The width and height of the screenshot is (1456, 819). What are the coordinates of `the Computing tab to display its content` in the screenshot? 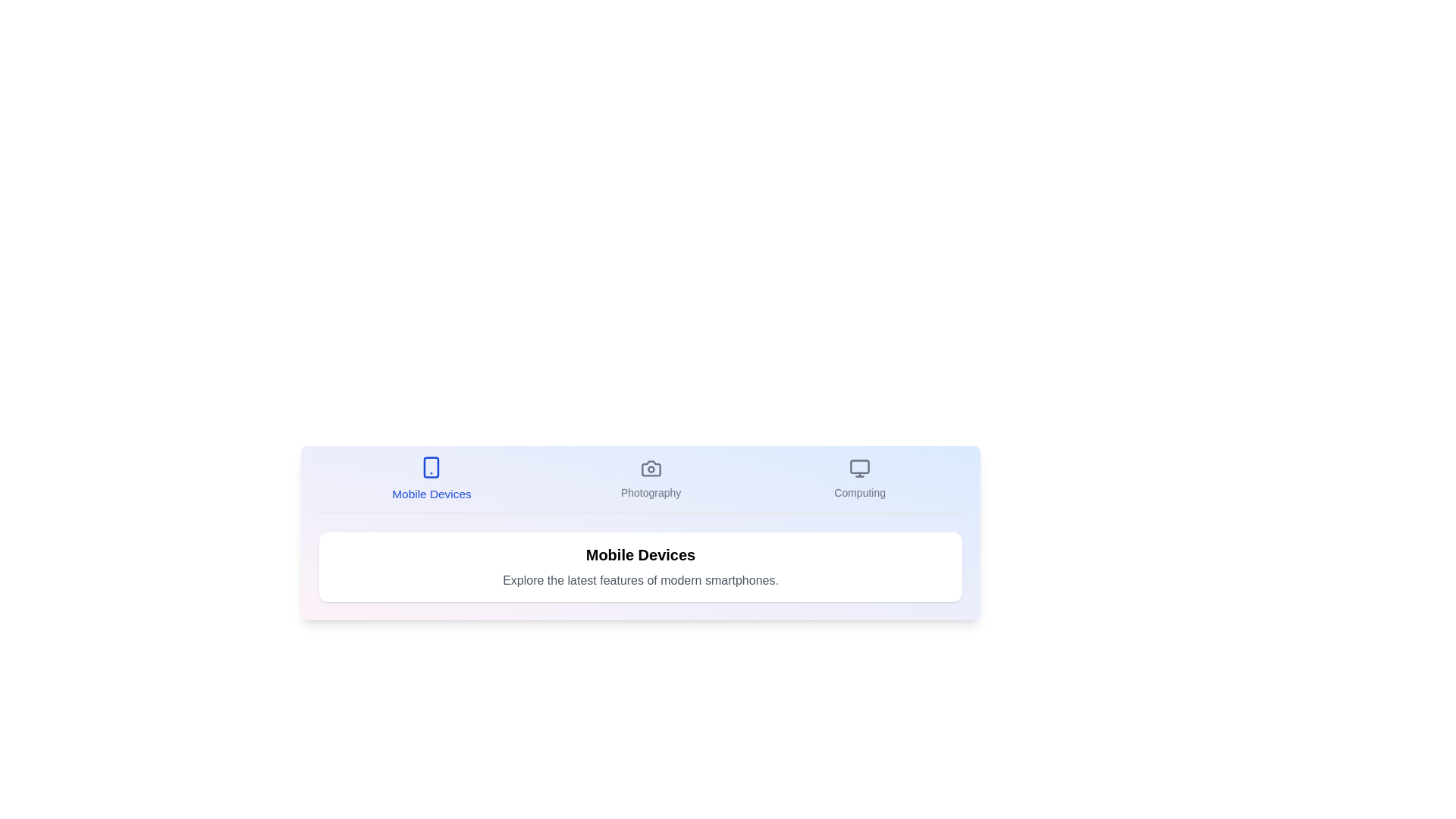 It's located at (860, 479).